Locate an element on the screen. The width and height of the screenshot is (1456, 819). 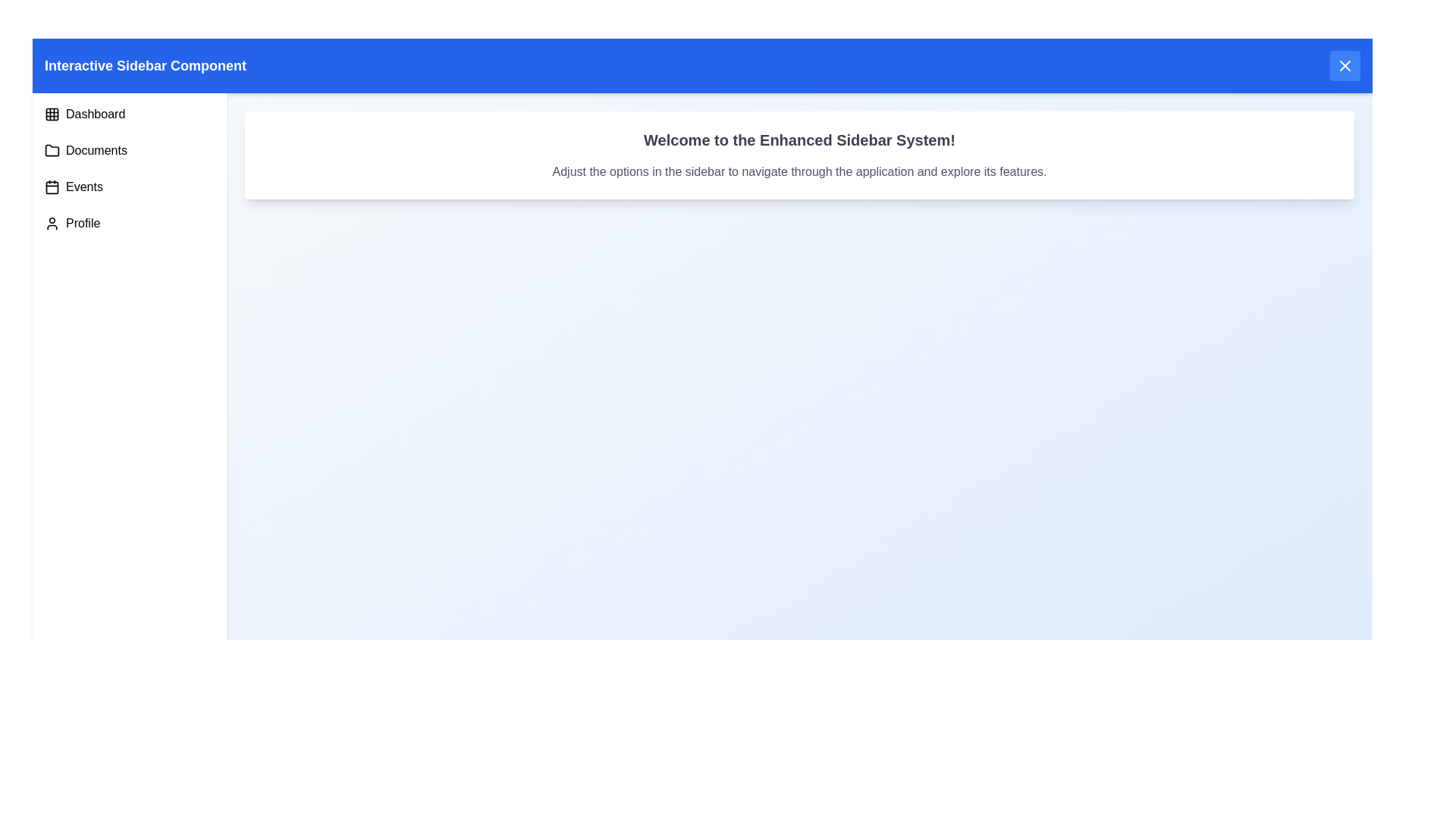
the 'Documents' text label in the sidebar menu, which is the second item below 'Dashboard' and above 'Events' is located at coordinates (96, 151).